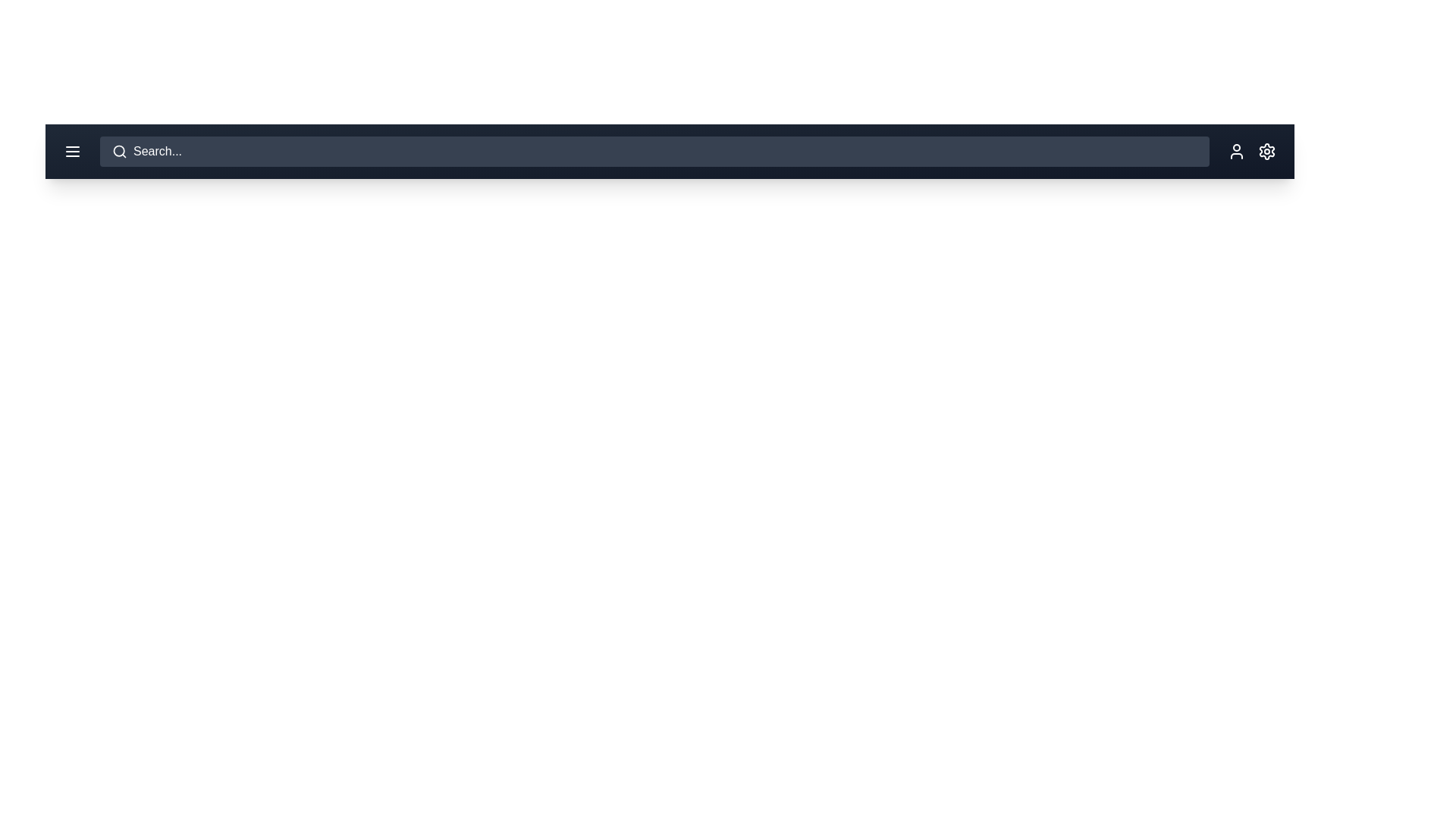 Image resolution: width=1456 pixels, height=819 pixels. I want to click on the user profile button in the app bar, so click(1237, 152).